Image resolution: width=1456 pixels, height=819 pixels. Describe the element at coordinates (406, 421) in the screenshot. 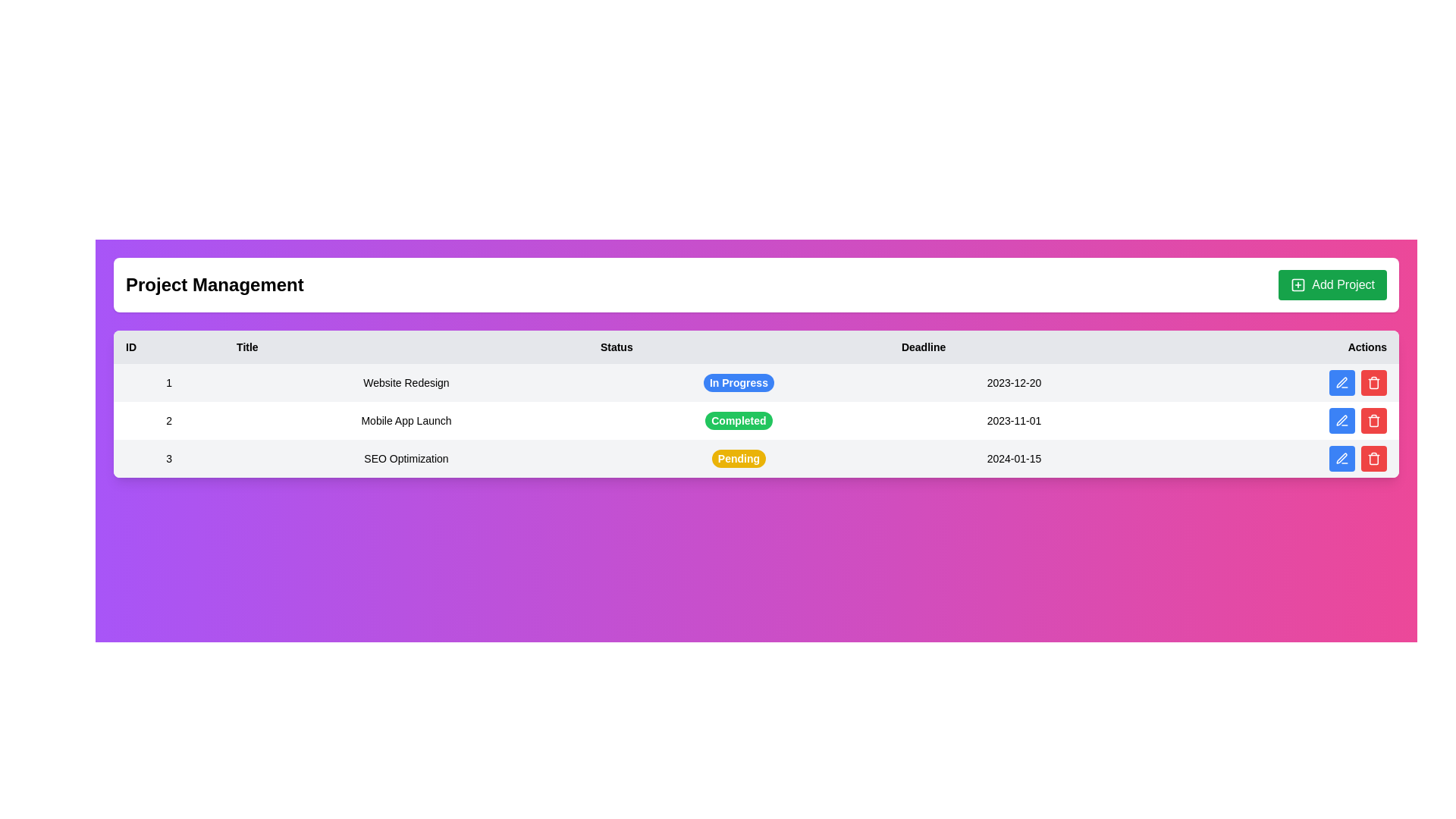

I see `text content of the label displaying 'Mobile App Launch' located in the 'Title' column of the second row, positioned between the 'ID' column with value '2' and the 'Status' column showing 'Completed'` at that location.